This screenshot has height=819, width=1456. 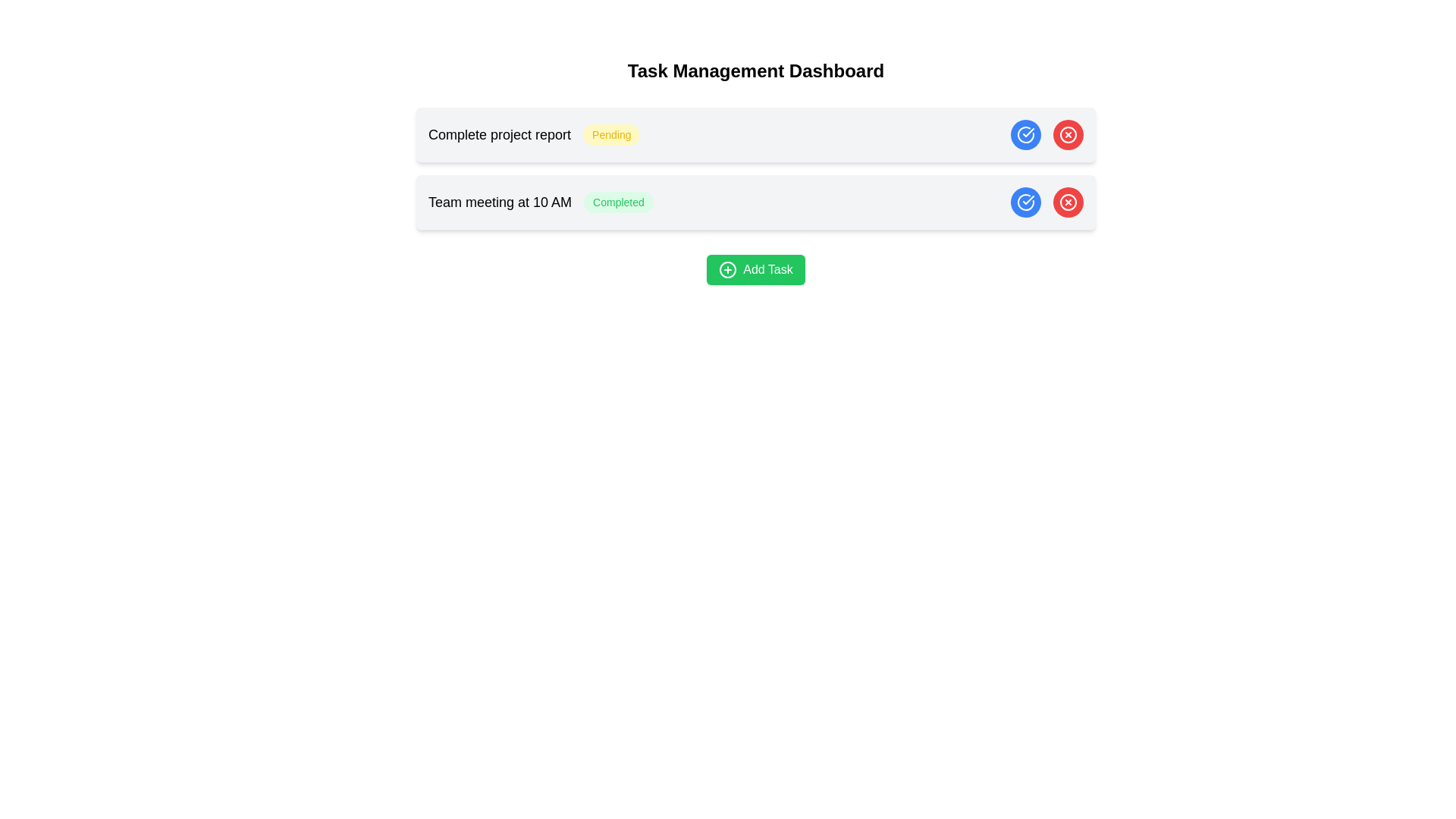 I want to click on task details from the second item in the vertical list of tasks, which displays the task title and its current completion status, so click(x=541, y=201).